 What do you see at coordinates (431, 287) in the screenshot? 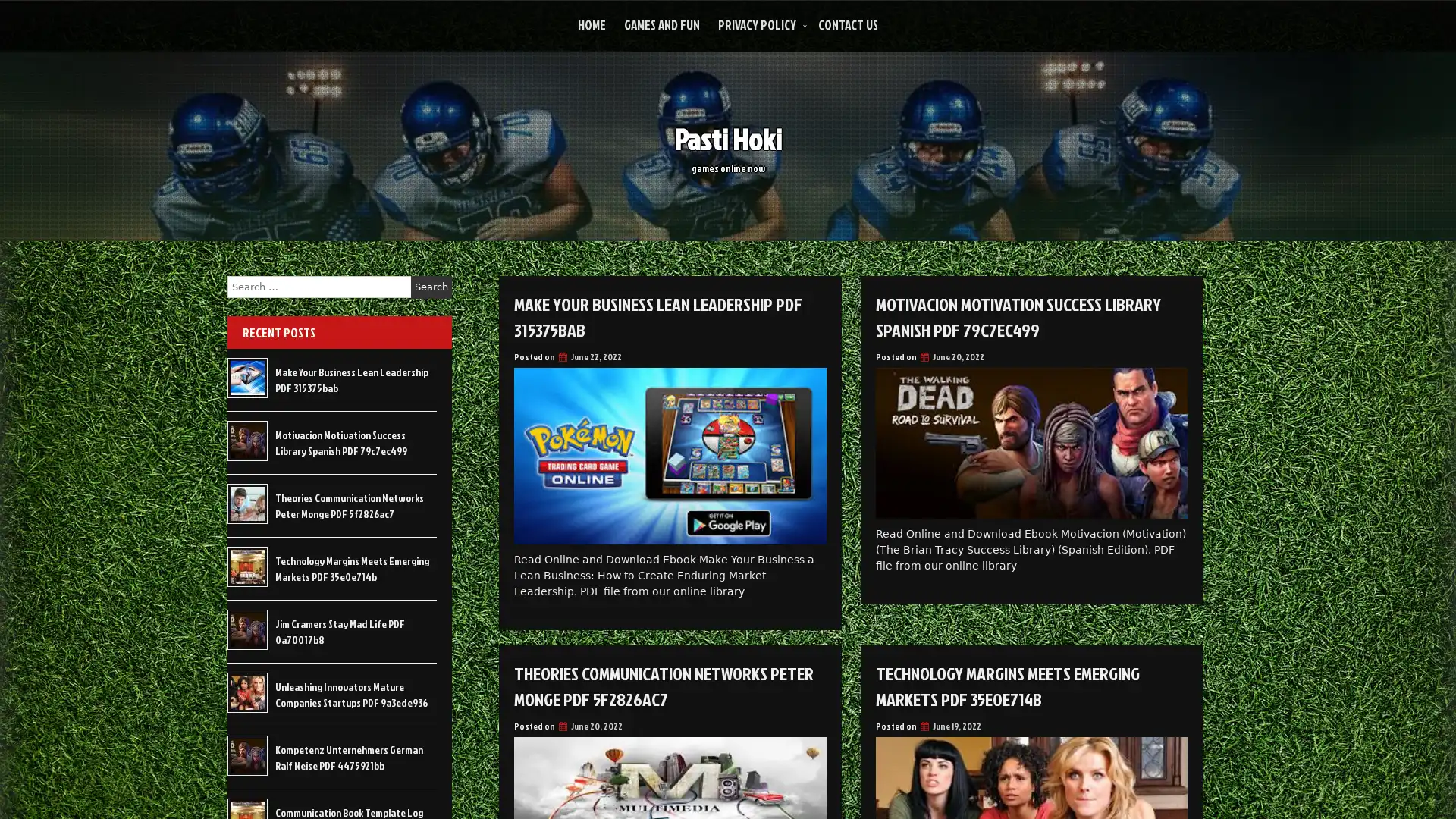
I see `Search` at bounding box center [431, 287].